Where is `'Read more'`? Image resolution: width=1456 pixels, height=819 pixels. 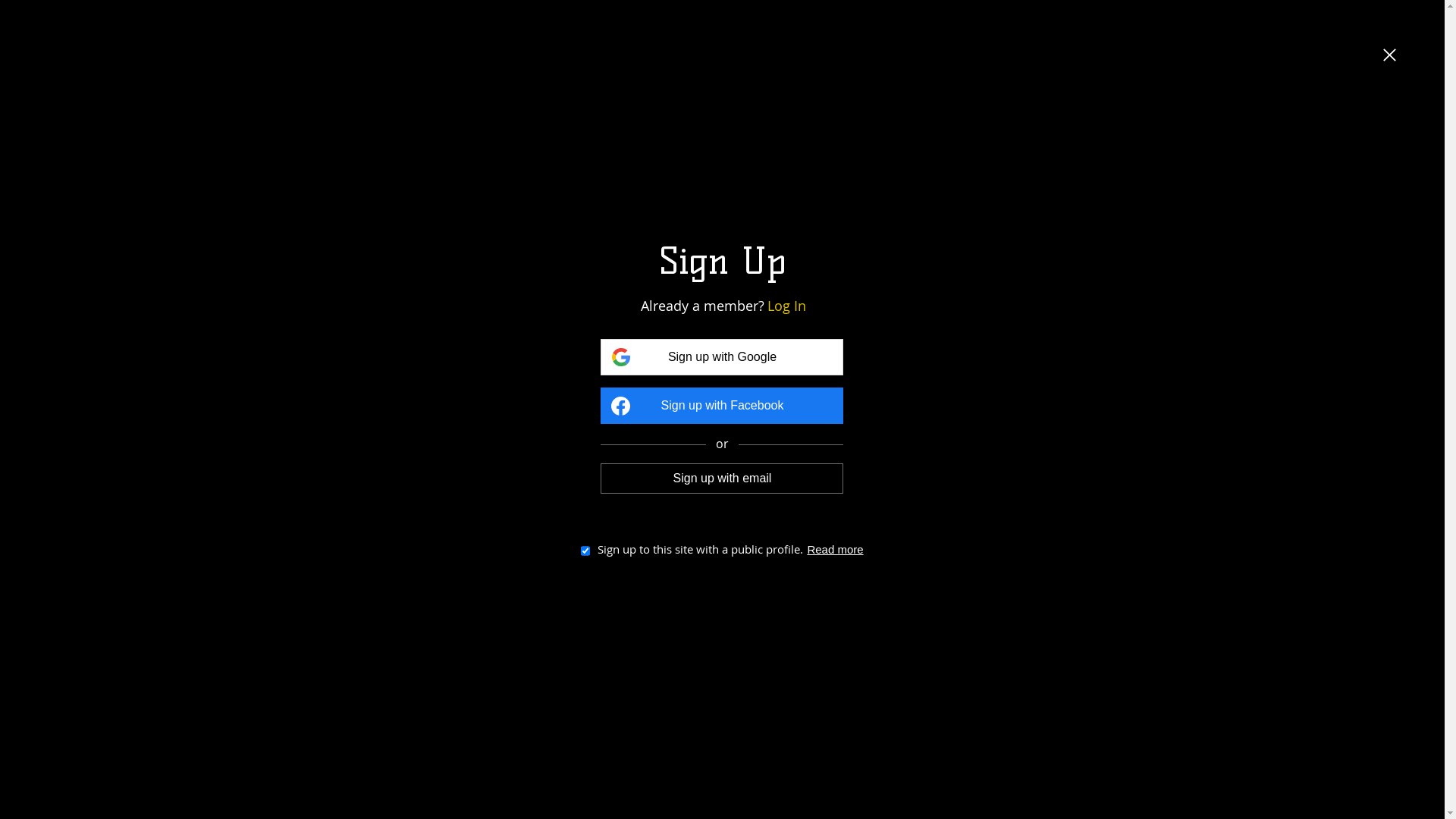
'Read more' is located at coordinates (833, 549).